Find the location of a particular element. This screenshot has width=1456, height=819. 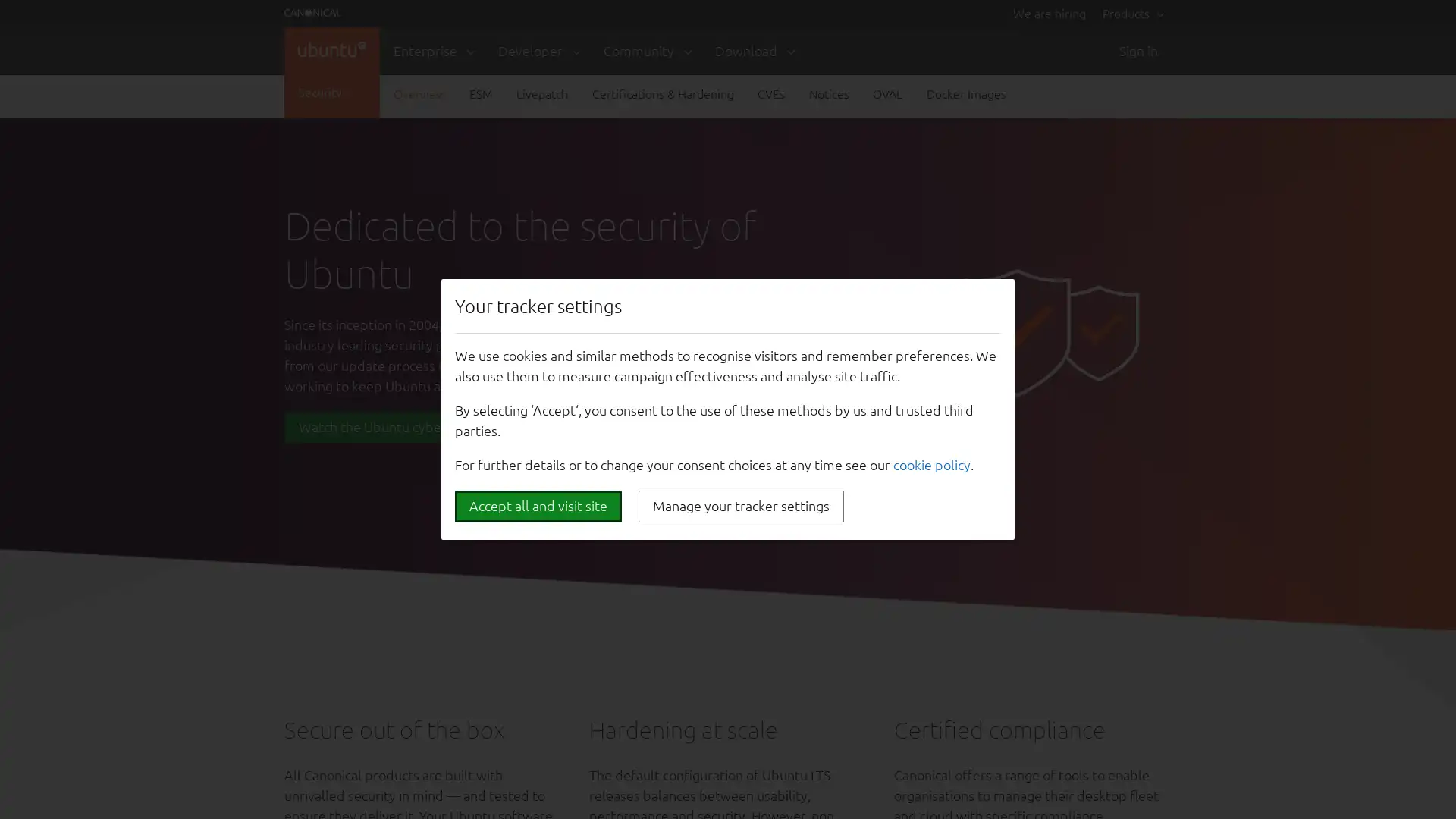

Manage your tracker settings is located at coordinates (741, 506).